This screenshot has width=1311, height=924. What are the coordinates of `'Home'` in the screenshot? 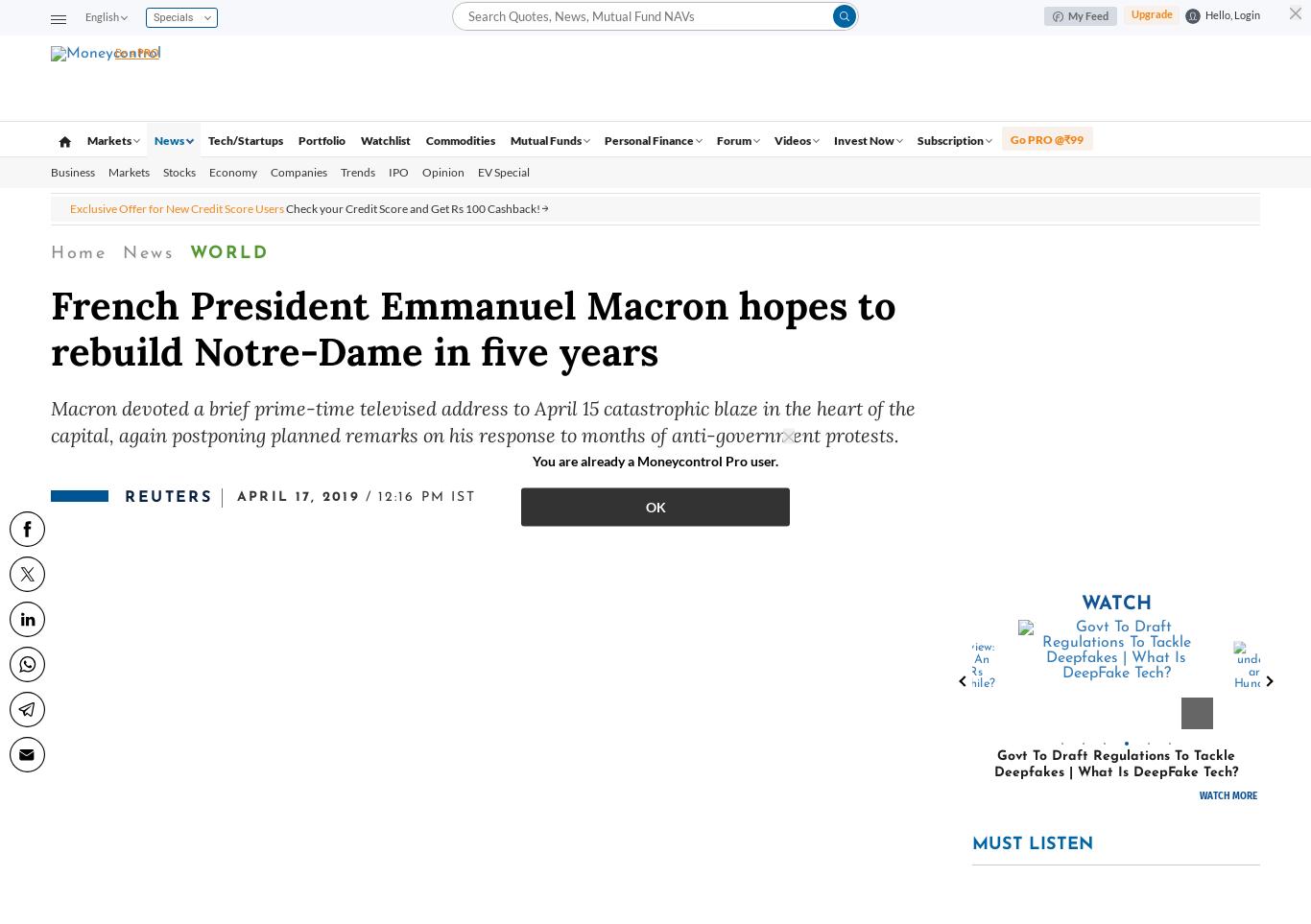 It's located at (78, 252).